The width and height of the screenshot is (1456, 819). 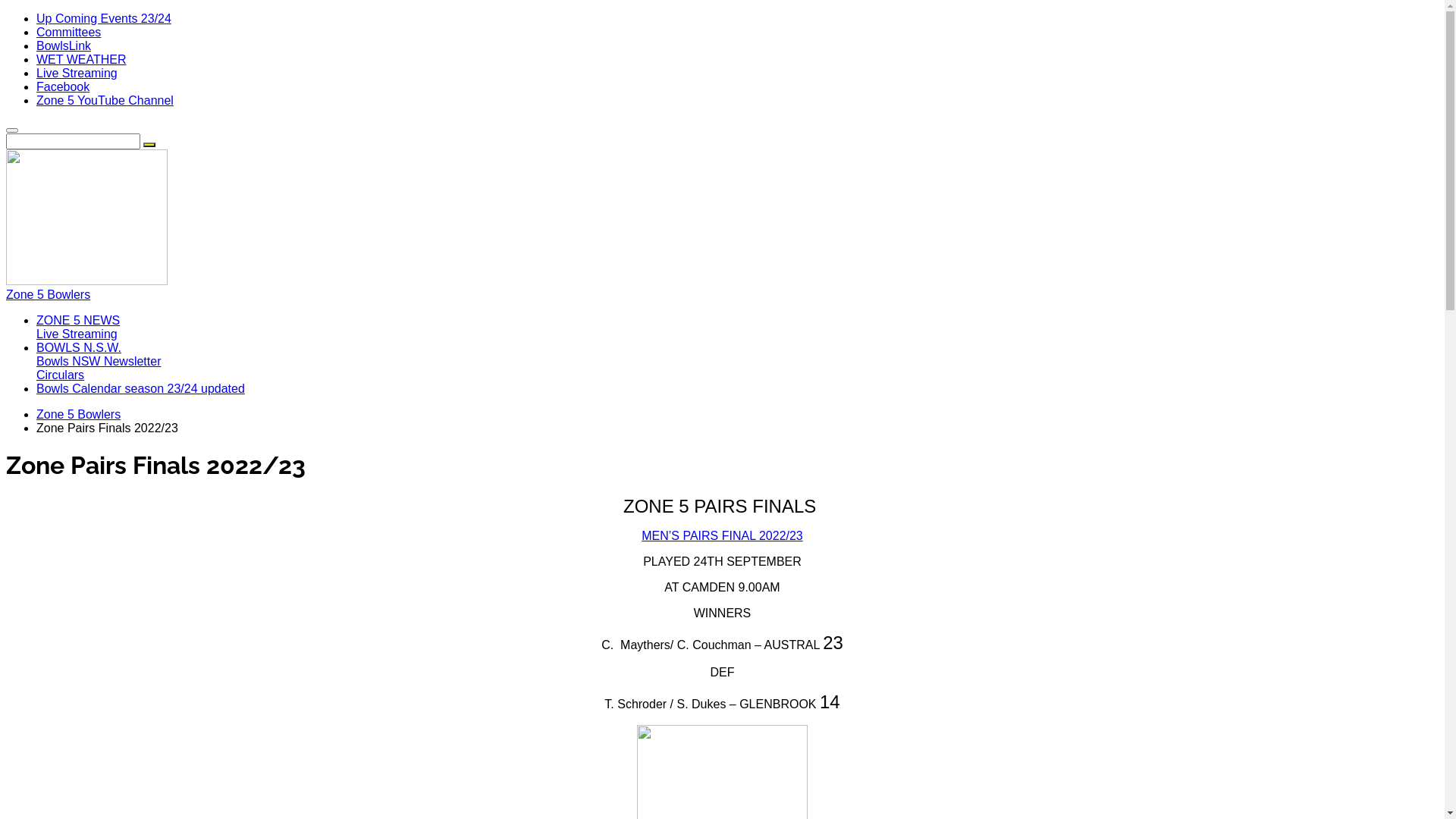 What do you see at coordinates (103, 18) in the screenshot?
I see `'Up Coming Events 23/24'` at bounding box center [103, 18].